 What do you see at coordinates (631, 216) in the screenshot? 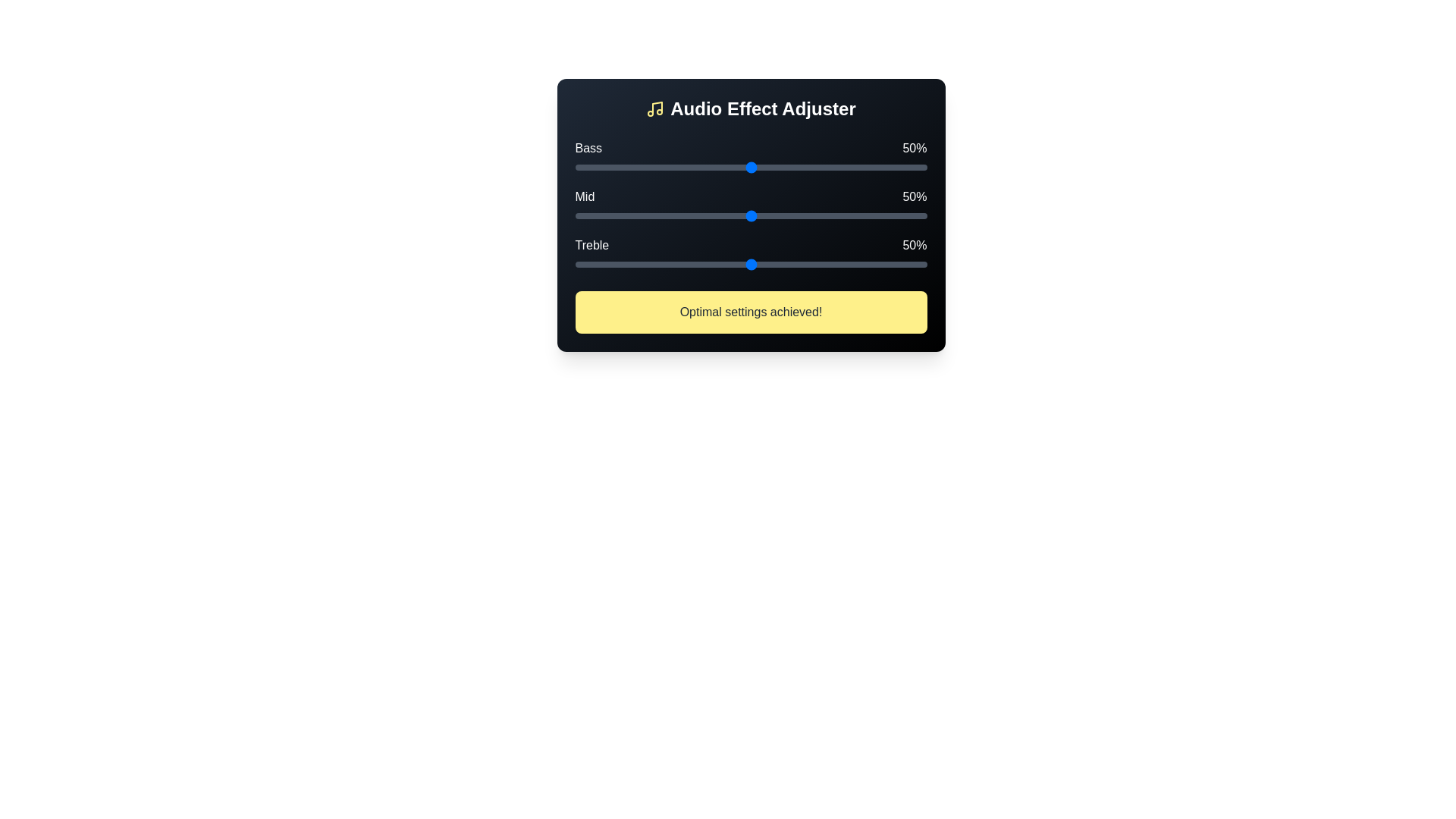
I see `the 'Mid' slider to 16%` at bounding box center [631, 216].